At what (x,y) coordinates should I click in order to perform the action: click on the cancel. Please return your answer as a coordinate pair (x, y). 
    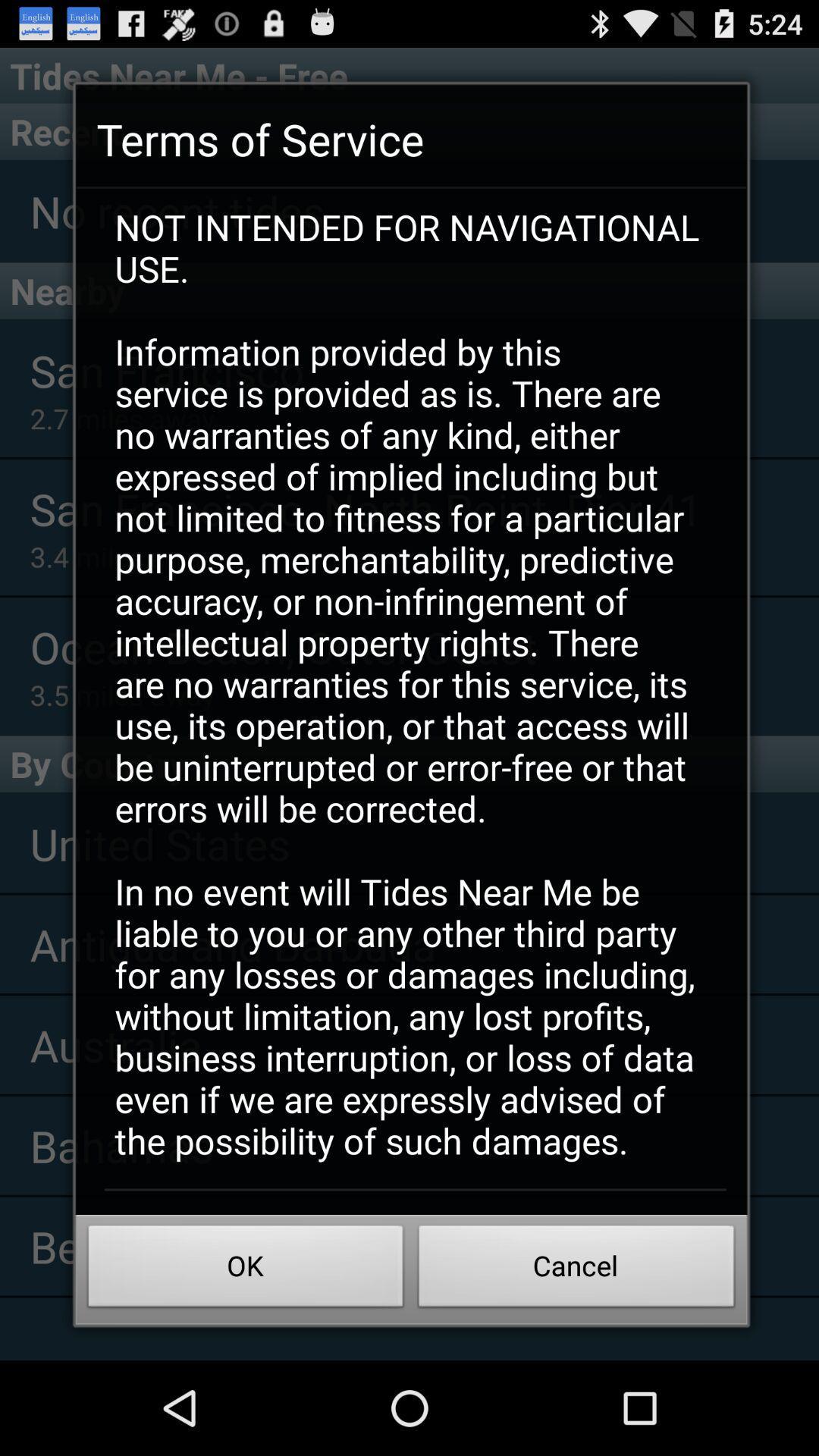
    Looking at the image, I should click on (576, 1270).